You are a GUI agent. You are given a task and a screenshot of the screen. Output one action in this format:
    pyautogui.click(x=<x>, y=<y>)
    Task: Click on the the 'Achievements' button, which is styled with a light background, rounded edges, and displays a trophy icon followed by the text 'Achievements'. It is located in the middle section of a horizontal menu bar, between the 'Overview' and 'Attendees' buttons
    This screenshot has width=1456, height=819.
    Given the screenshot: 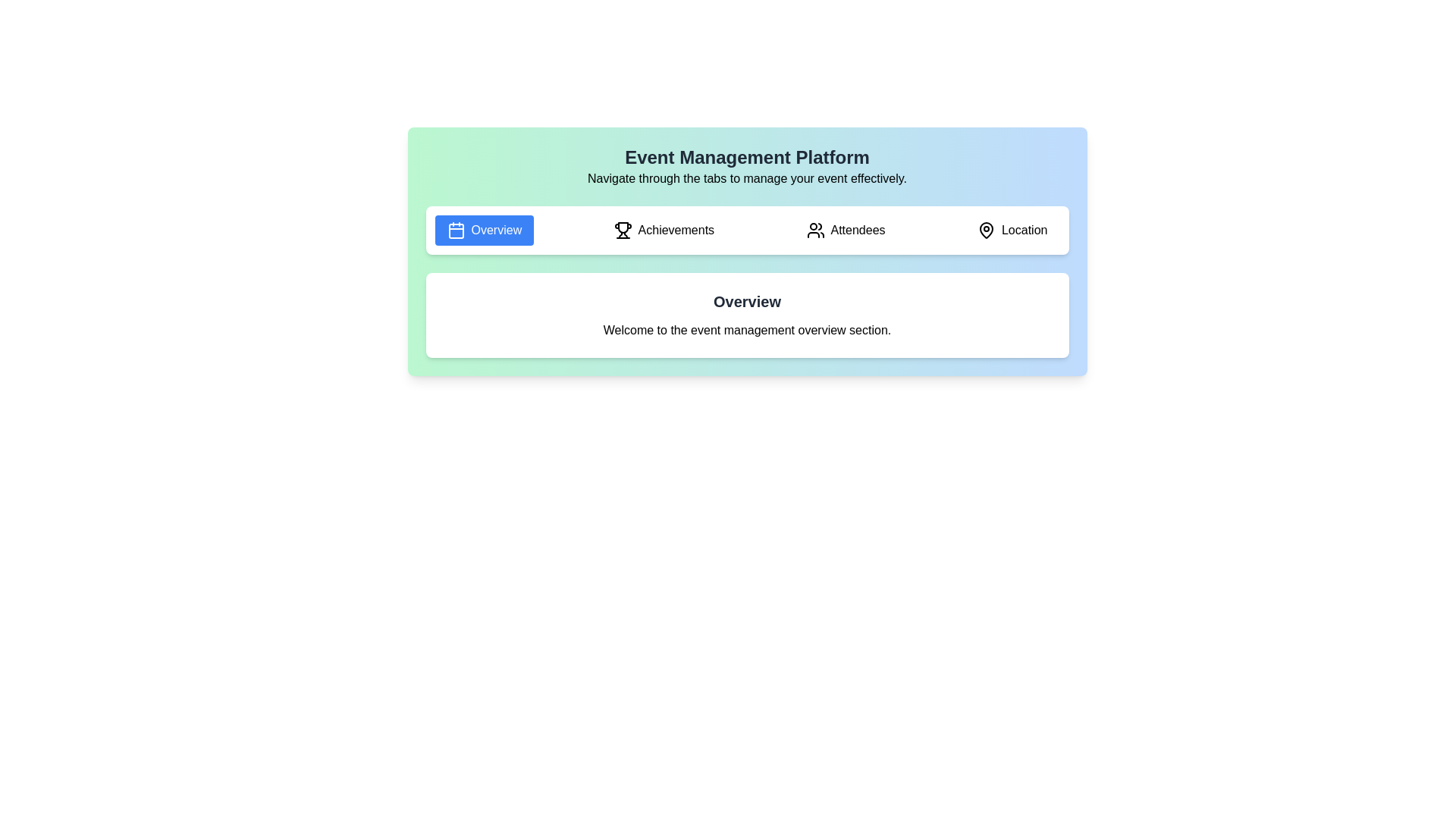 What is the action you would take?
    pyautogui.click(x=664, y=231)
    